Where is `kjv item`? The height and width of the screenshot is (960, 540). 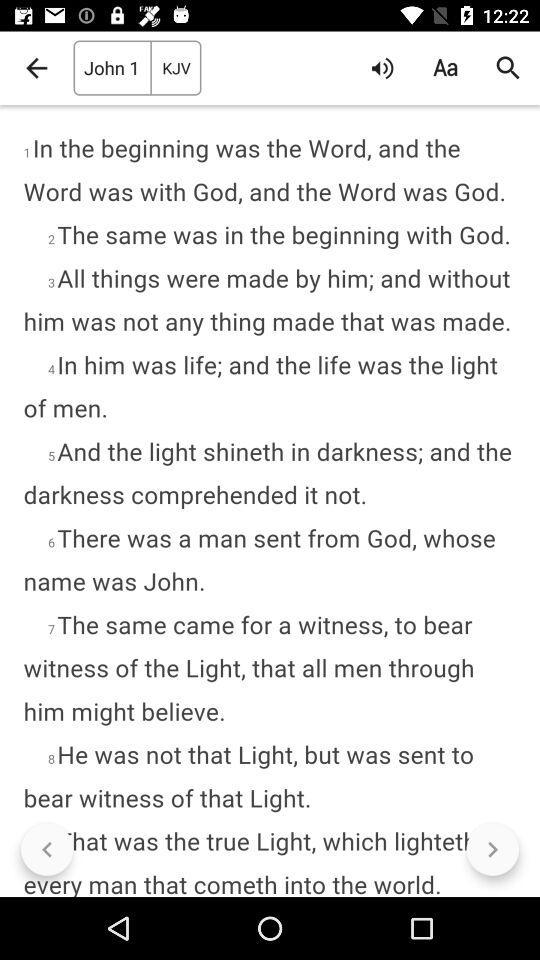 kjv item is located at coordinates (176, 68).